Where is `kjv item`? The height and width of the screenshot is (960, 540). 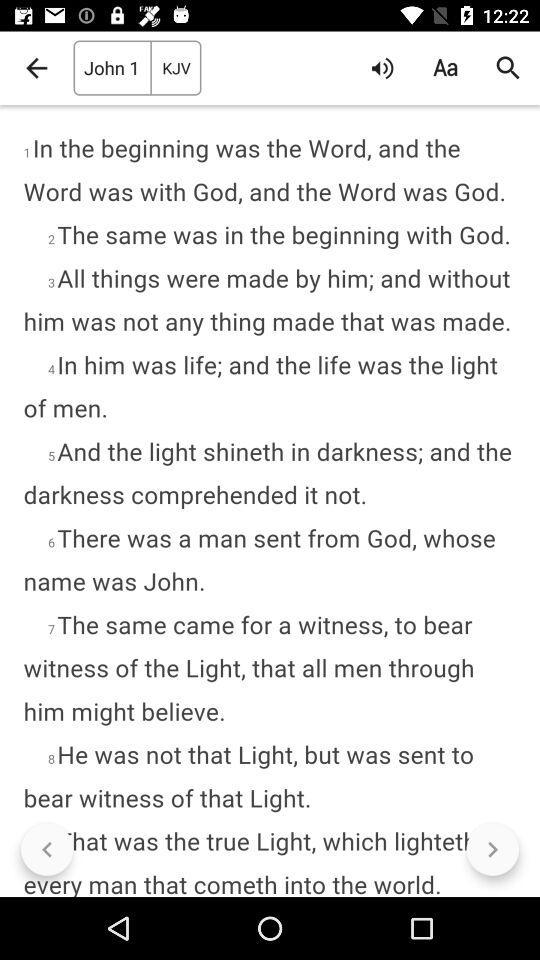 kjv item is located at coordinates (176, 68).